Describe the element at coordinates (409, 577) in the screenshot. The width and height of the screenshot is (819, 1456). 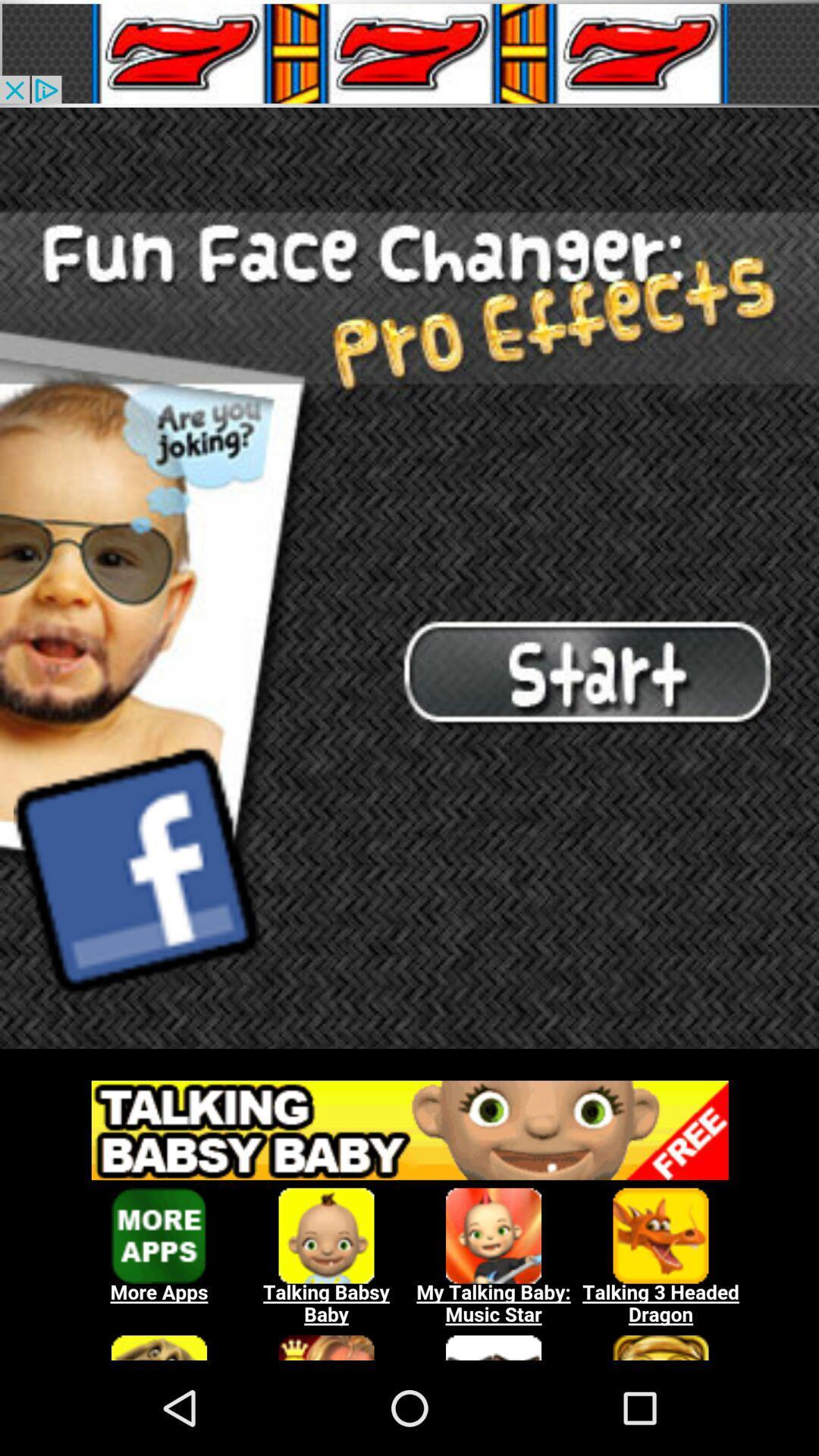
I see `home page` at that location.